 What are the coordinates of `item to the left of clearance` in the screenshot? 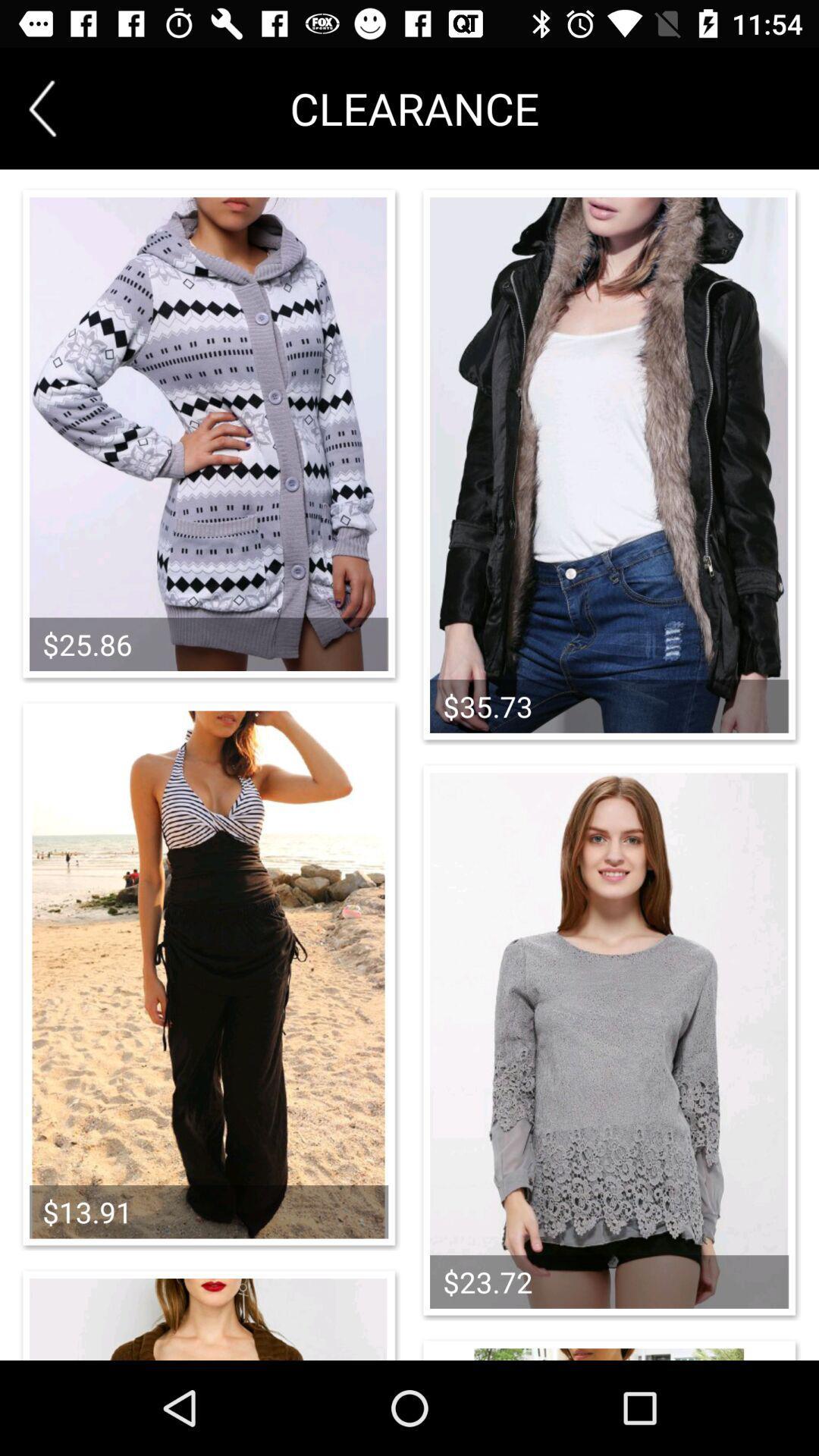 It's located at (42, 108).